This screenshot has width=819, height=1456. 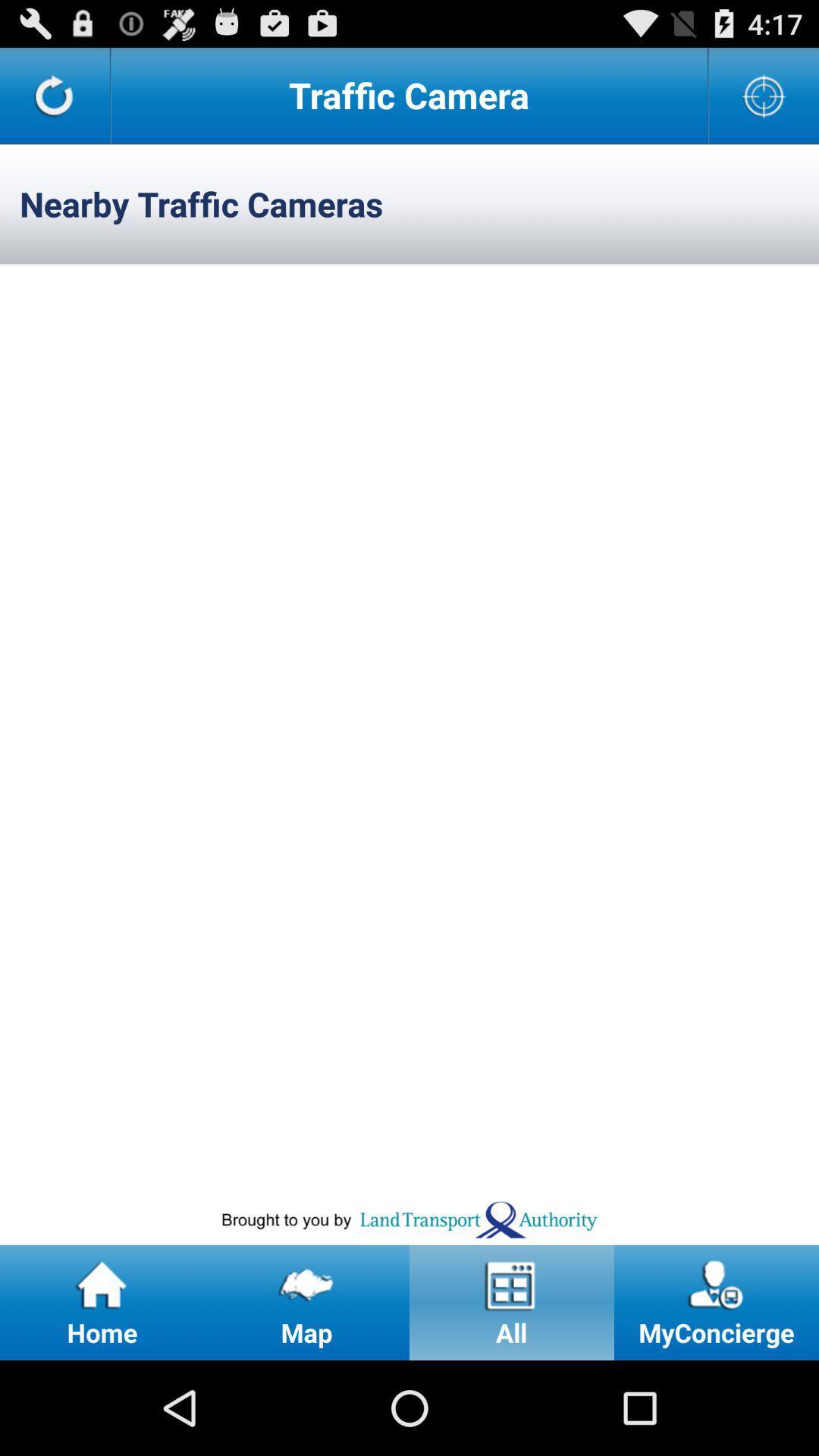 I want to click on refresh, so click(x=54, y=94).